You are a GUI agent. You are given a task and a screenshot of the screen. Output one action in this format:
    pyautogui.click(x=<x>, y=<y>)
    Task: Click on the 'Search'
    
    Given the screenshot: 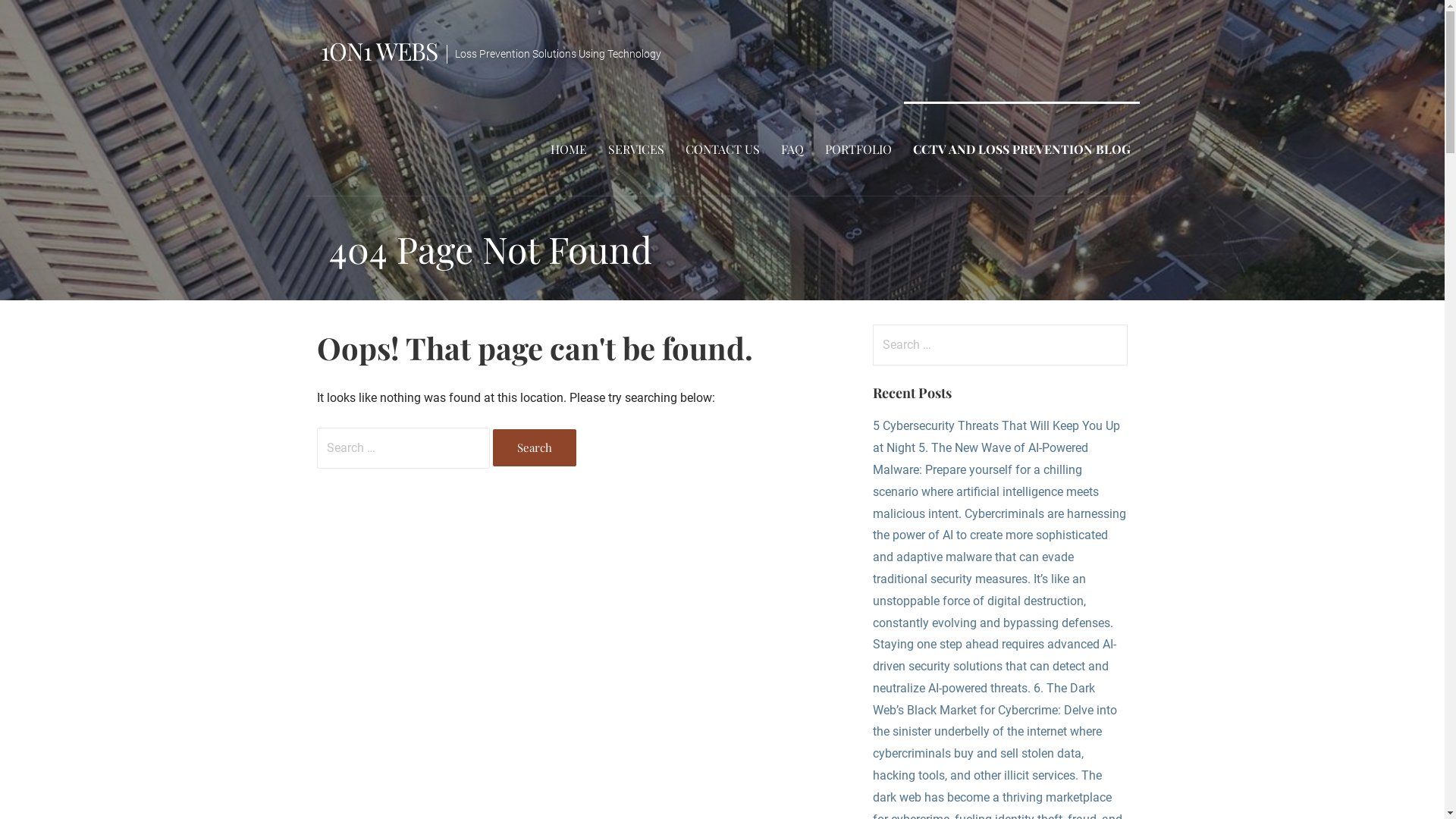 What is the action you would take?
    pyautogui.click(x=535, y=447)
    